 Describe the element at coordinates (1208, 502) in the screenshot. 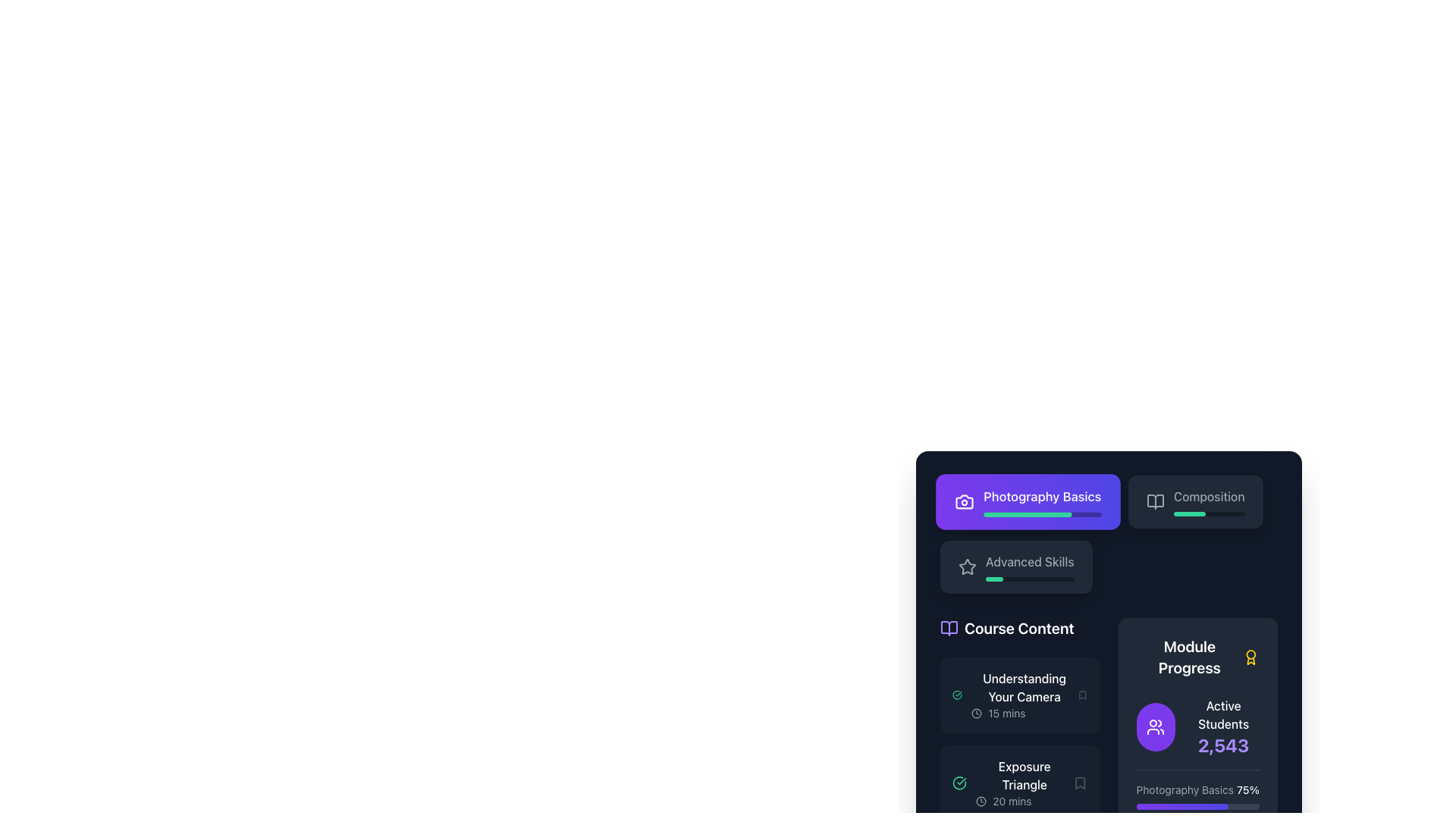

I see `the progress bar labeled 'Composition'` at that location.